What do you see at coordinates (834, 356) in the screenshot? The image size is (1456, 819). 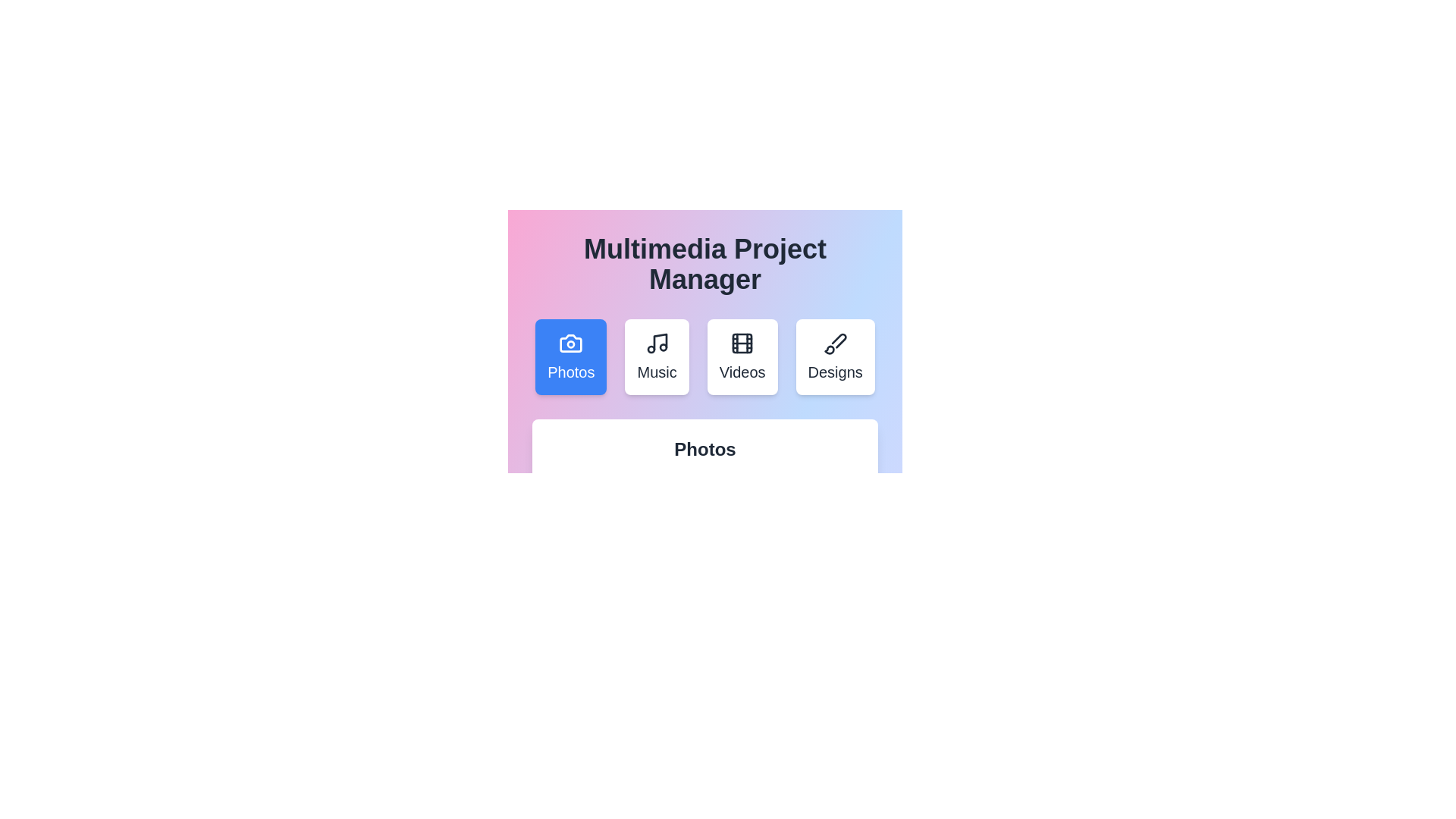 I see `the tab labeled Designs to view its content` at bounding box center [834, 356].